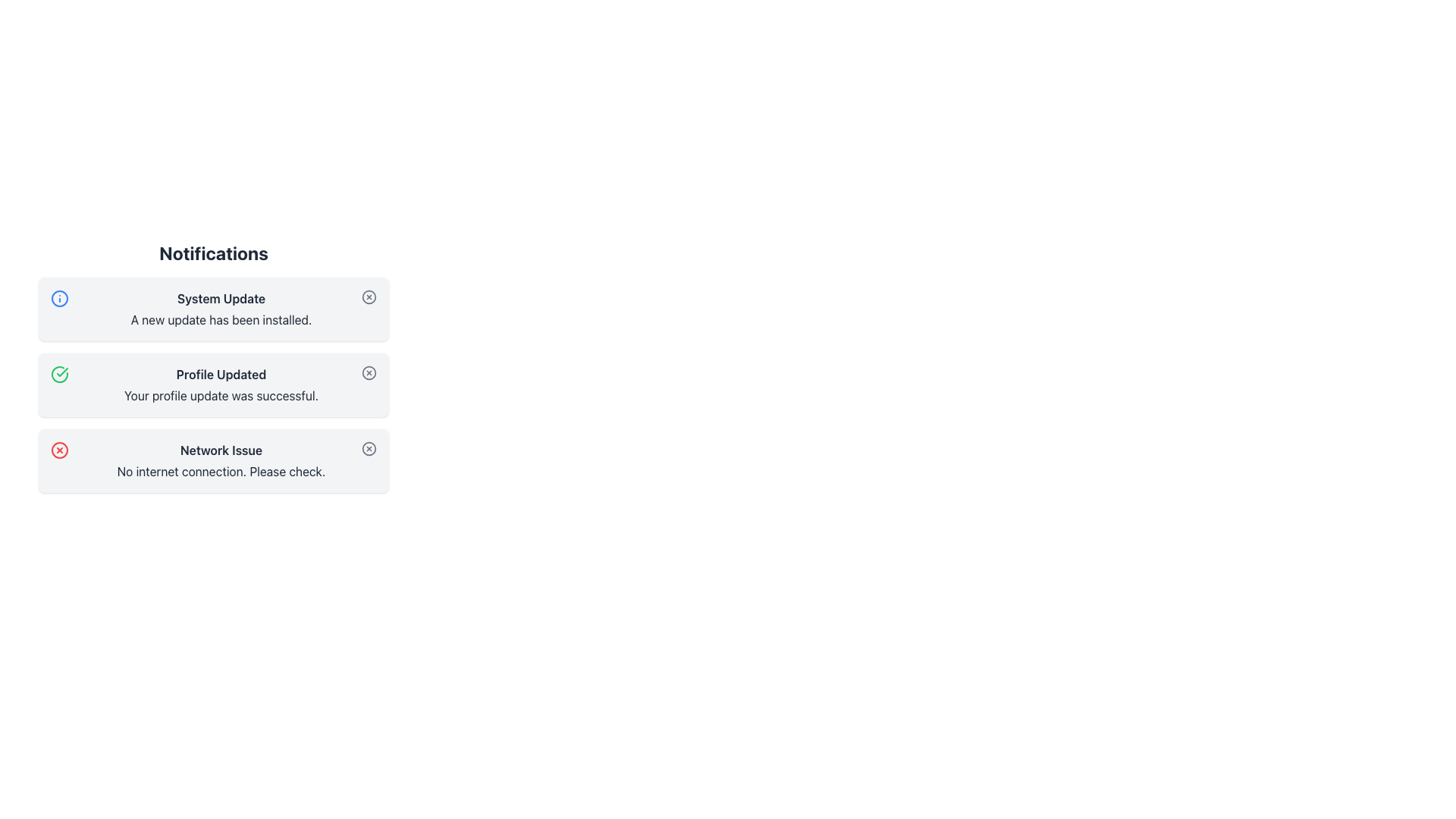 This screenshot has width=1456, height=819. I want to click on text 'Network Issue' from the top of the third notification in the list, so click(221, 450).